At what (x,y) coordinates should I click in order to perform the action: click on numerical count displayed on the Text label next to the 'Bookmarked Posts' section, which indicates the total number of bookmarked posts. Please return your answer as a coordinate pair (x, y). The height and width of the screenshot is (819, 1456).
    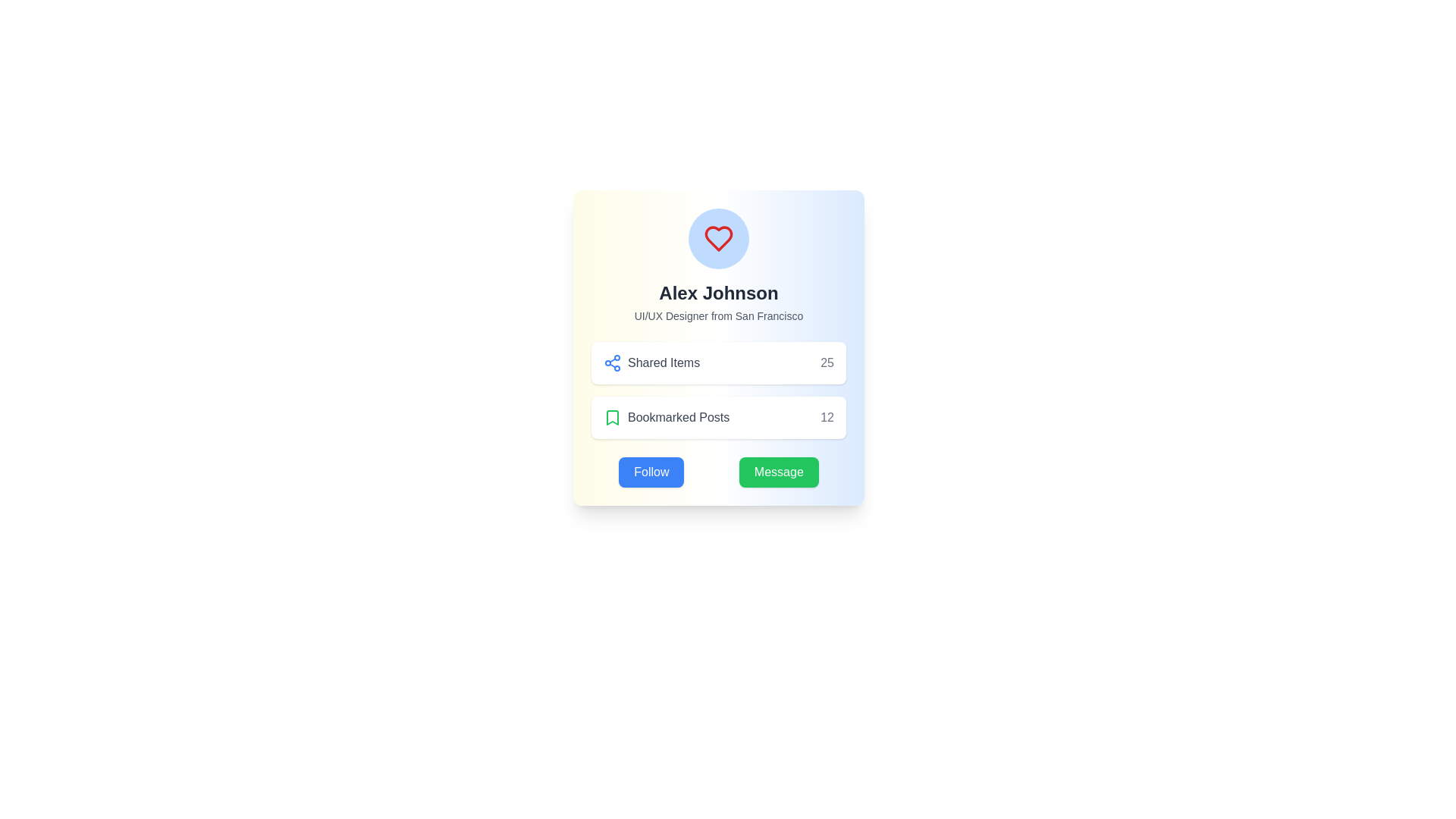
    Looking at the image, I should click on (827, 418).